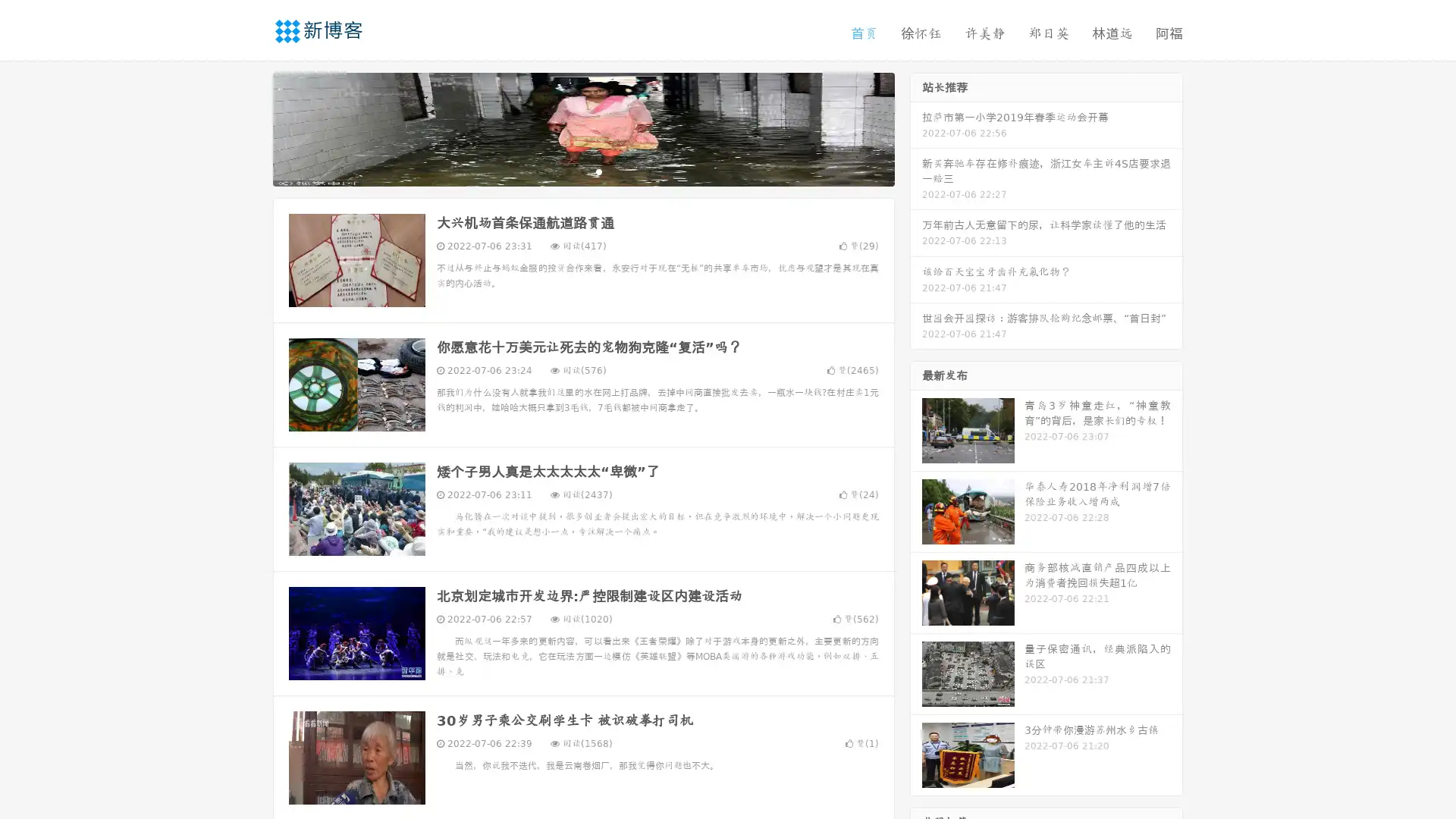 This screenshot has width=1456, height=819. What do you see at coordinates (567, 171) in the screenshot?
I see `Go to slide 1` at bounding box center [567, 171].